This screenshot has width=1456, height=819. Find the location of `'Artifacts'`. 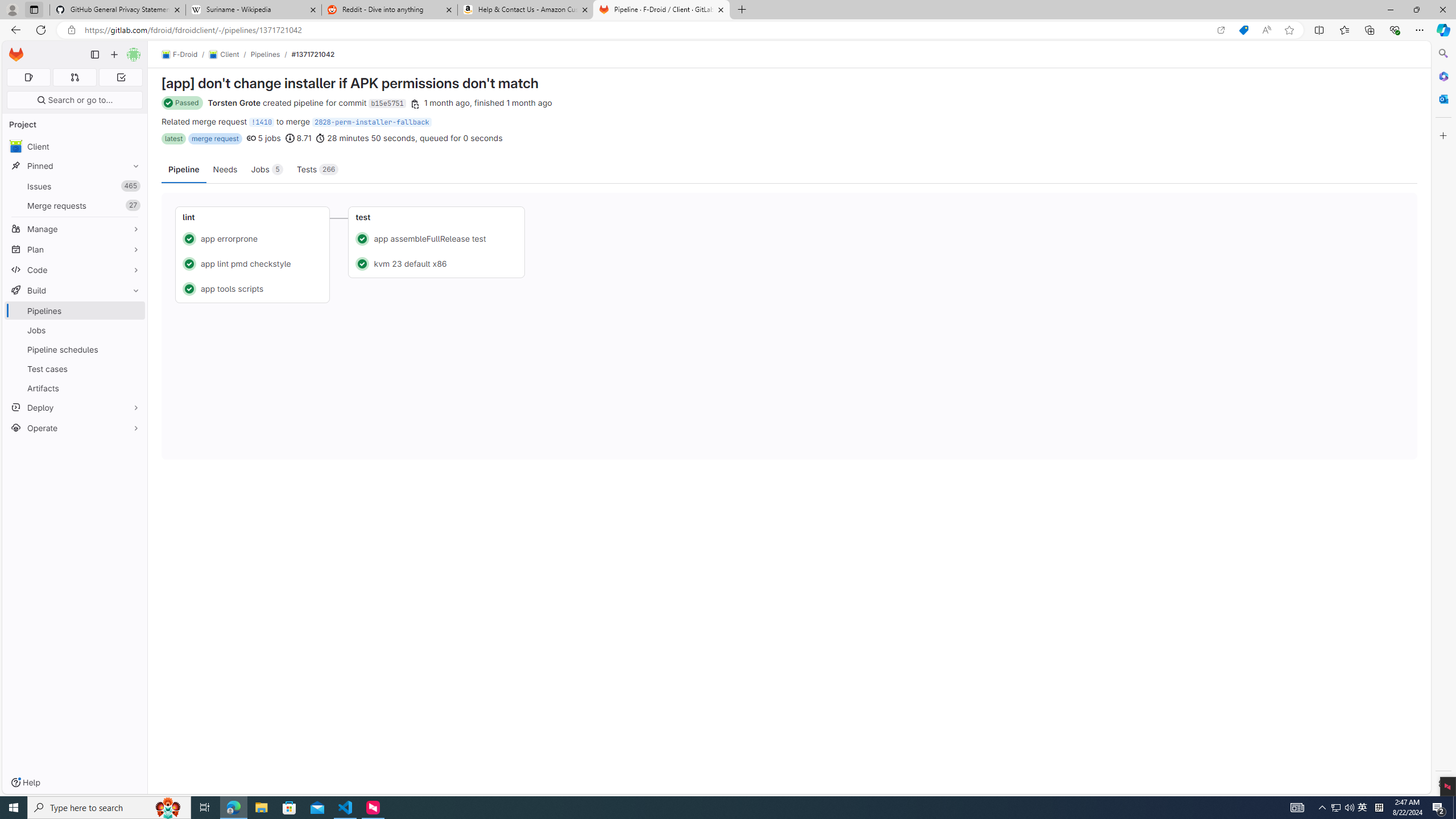

'Artifacts' is located at coordinates (74, 387).